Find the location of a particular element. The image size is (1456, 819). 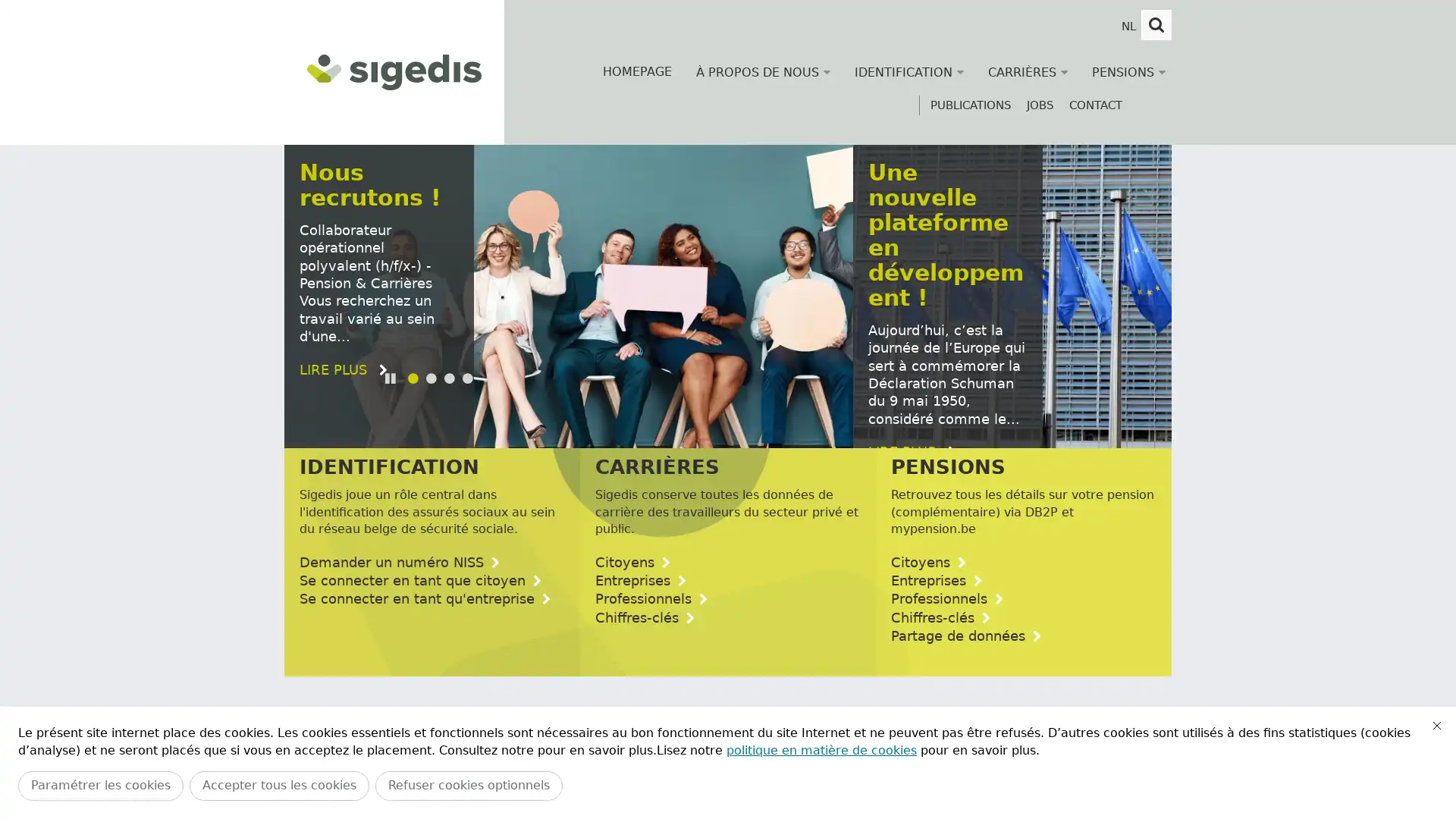

Parametrer les cookies is located at coordinates (100, 785).